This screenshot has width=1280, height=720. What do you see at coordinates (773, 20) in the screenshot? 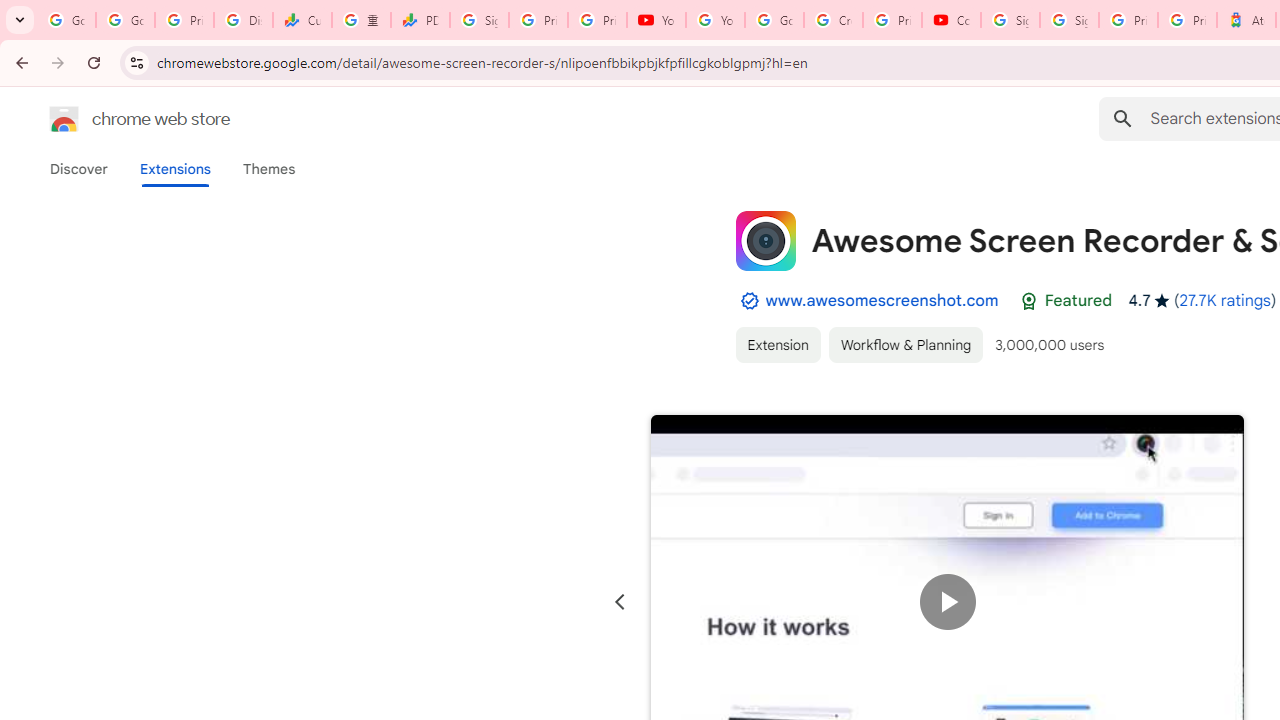
I see `'Google Account Help'` at bounding box center [773, 20].